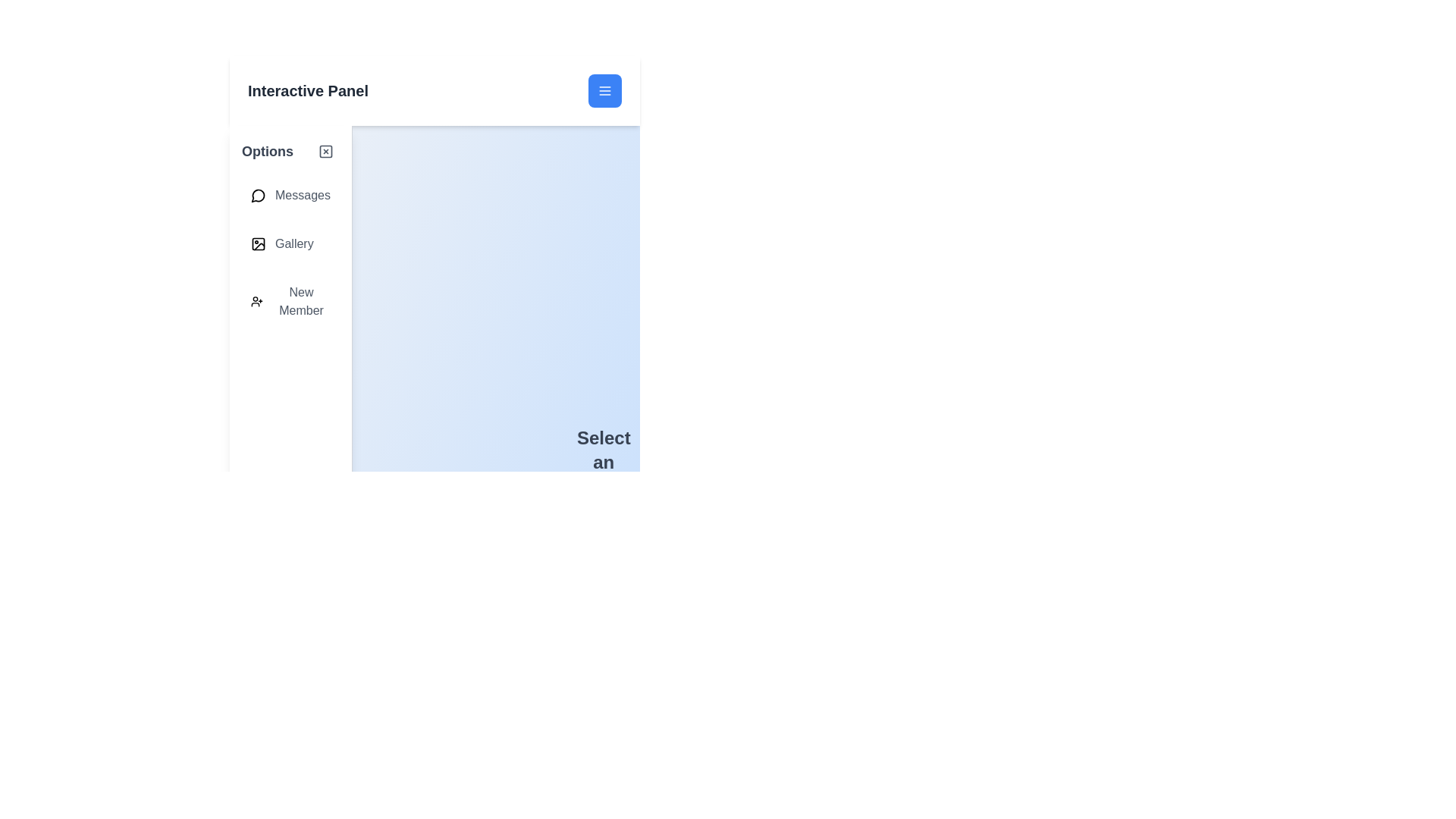  Describe the element at coordinates (325, 152) in the screenshot. I see `the circular button with an 'X' mark inside a square outline, located to the right of the 'Options' title` at that location.